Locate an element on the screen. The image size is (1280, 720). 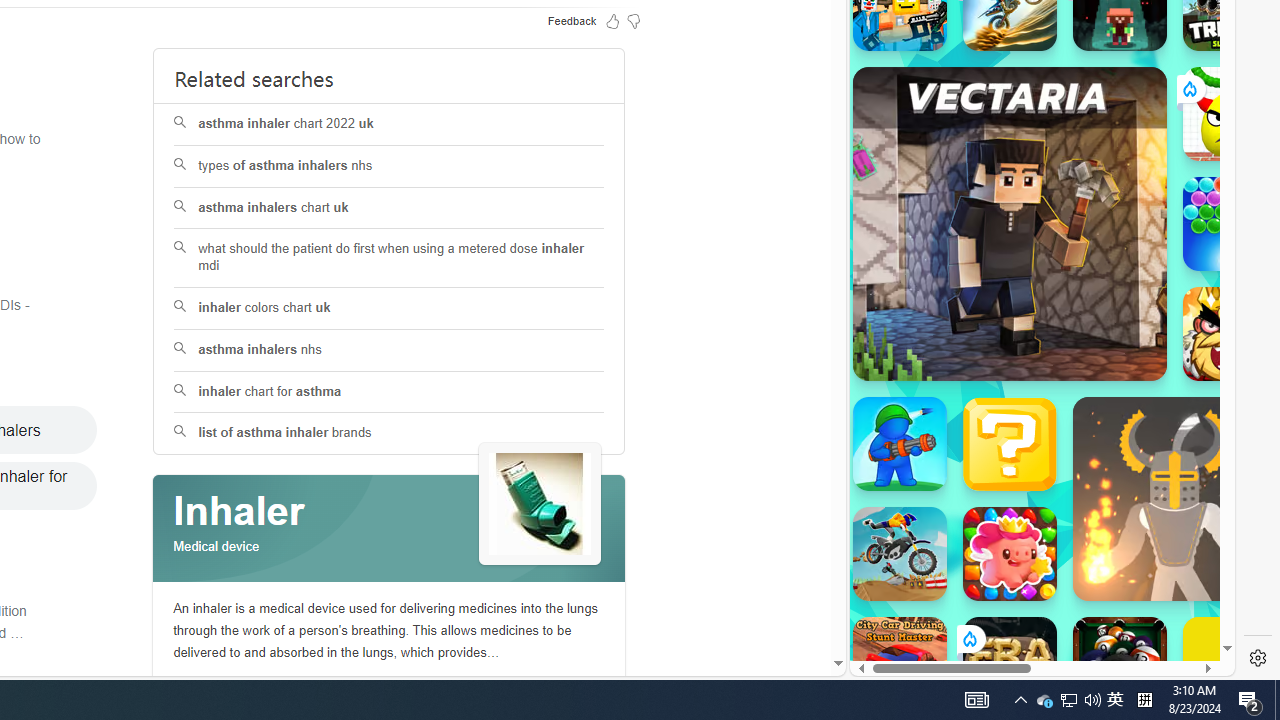
'types of asthma inhalers nhs' is located at coordinates (389, 165).